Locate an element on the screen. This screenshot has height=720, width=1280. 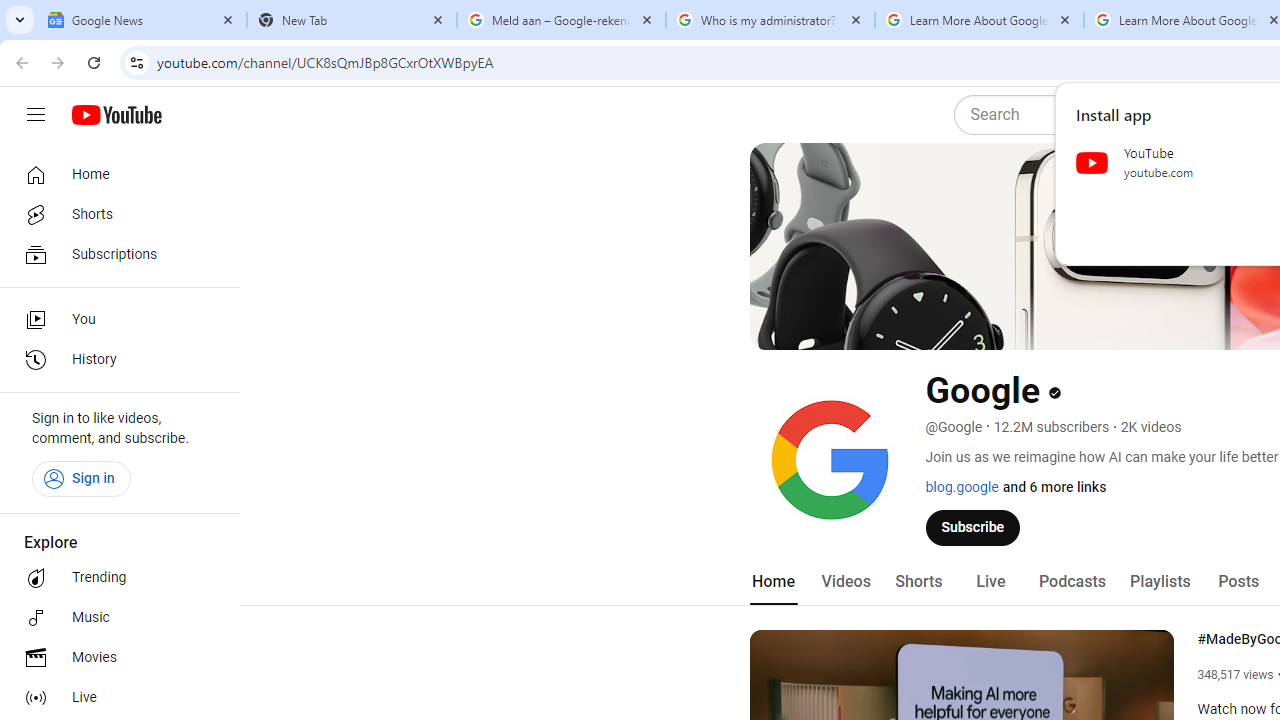
'Shorts' is located at coordinates (917, 581).